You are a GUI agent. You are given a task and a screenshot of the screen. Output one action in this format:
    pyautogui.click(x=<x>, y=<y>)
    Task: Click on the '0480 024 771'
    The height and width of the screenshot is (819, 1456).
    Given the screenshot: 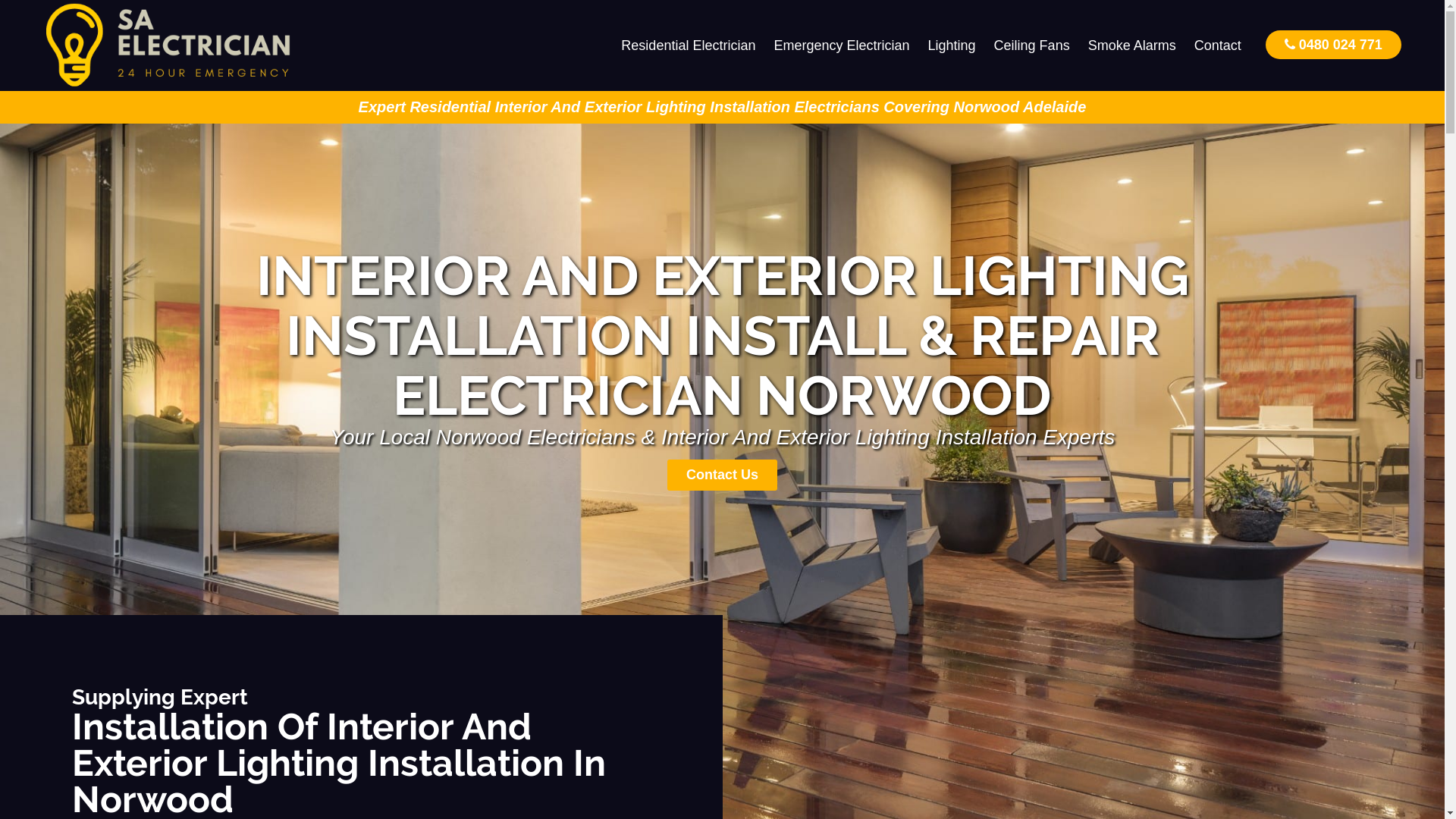 What is the action you would take?
    pyautogui.click(x=1332, y=43)
    